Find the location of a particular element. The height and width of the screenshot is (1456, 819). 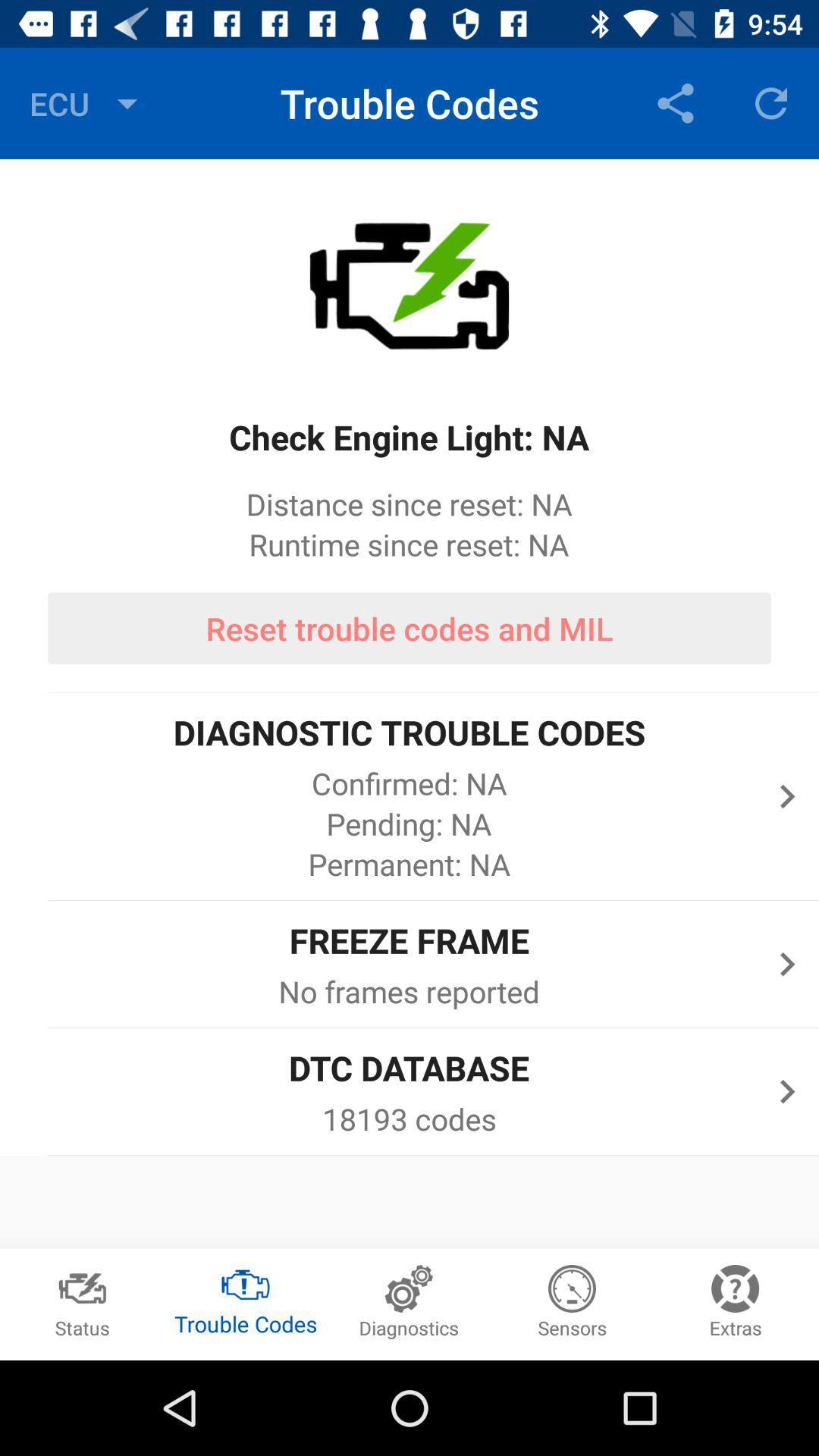

the ecu icon is located at coordinates (87, 102).